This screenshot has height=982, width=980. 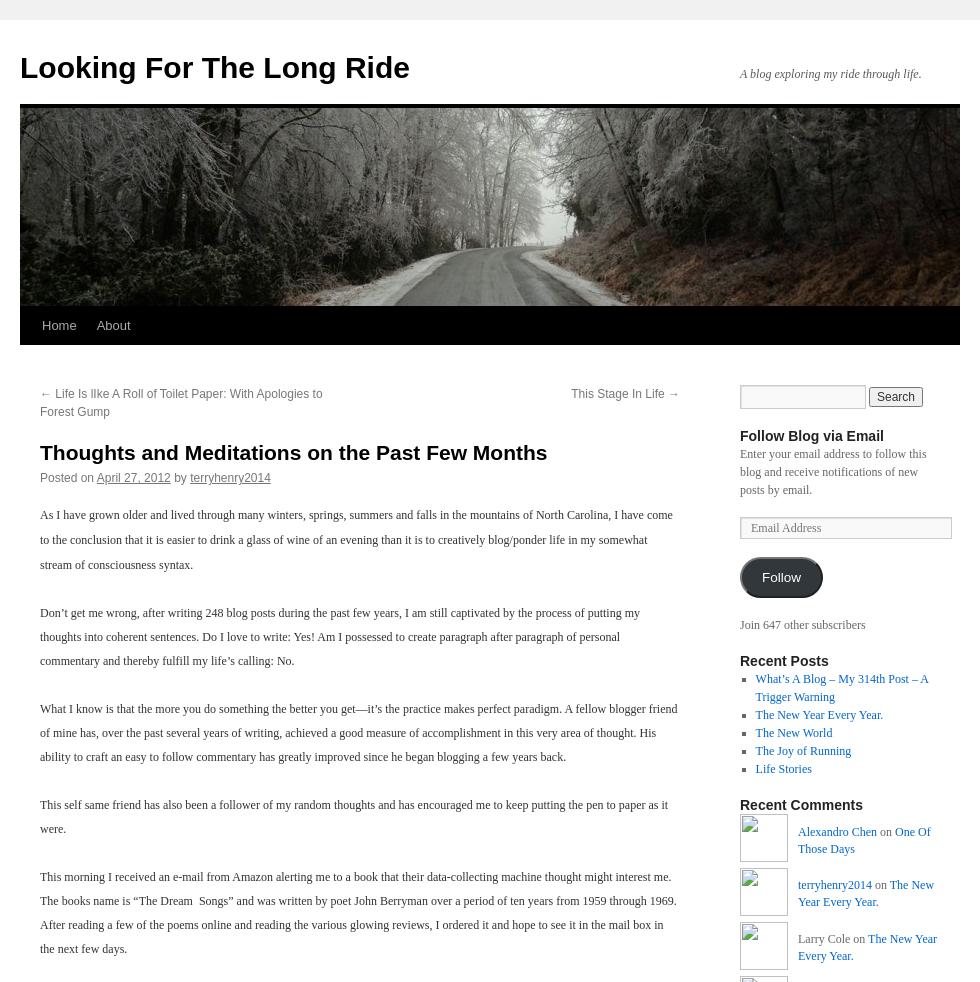 I want to click on 'Follow', so click(x=780, y=576).